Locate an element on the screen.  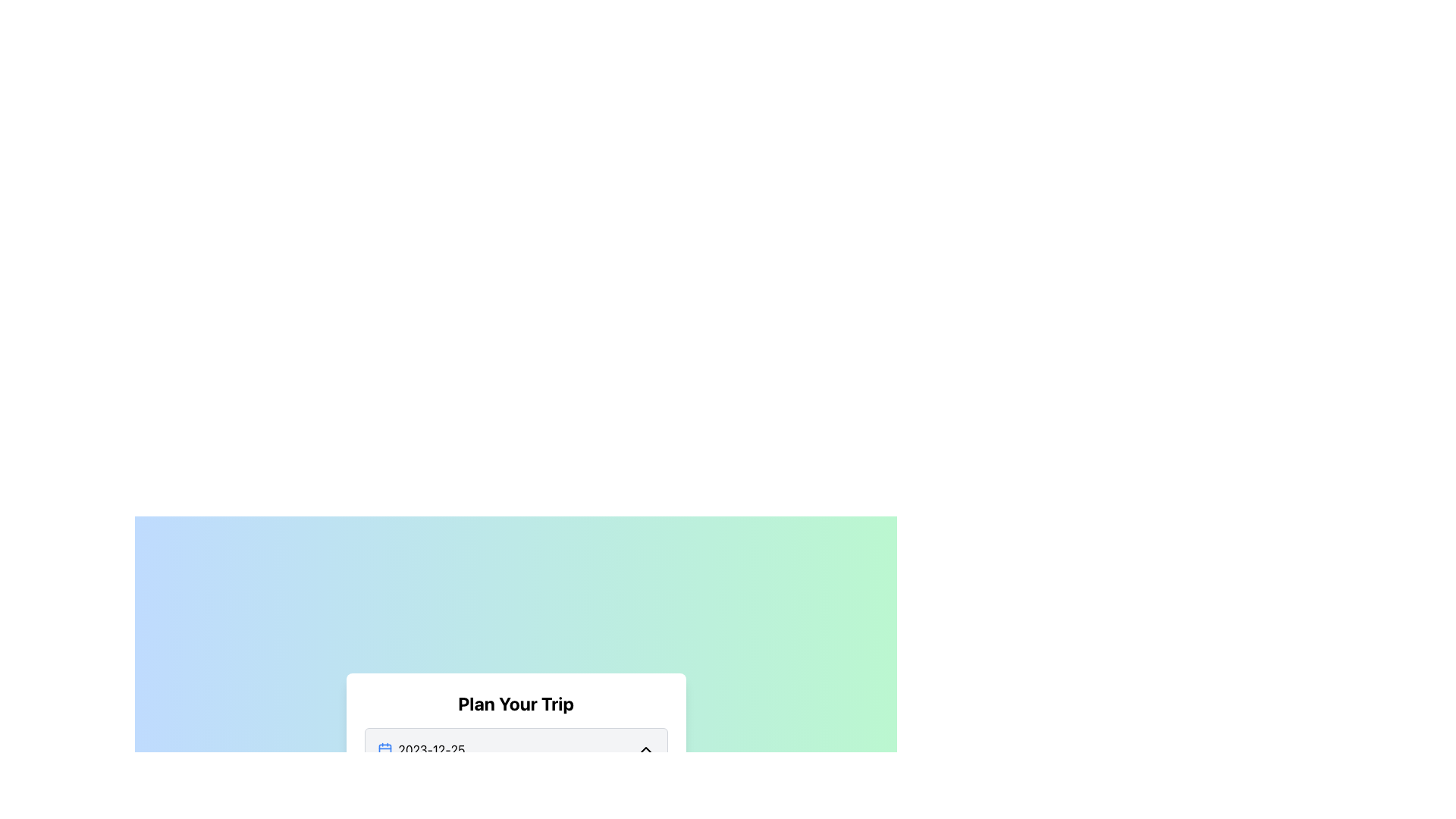
the upward-facing chevron icon located at the right end of the date selection menu item styled with a light grey background and rounded border is located at coordinates (645, 748).